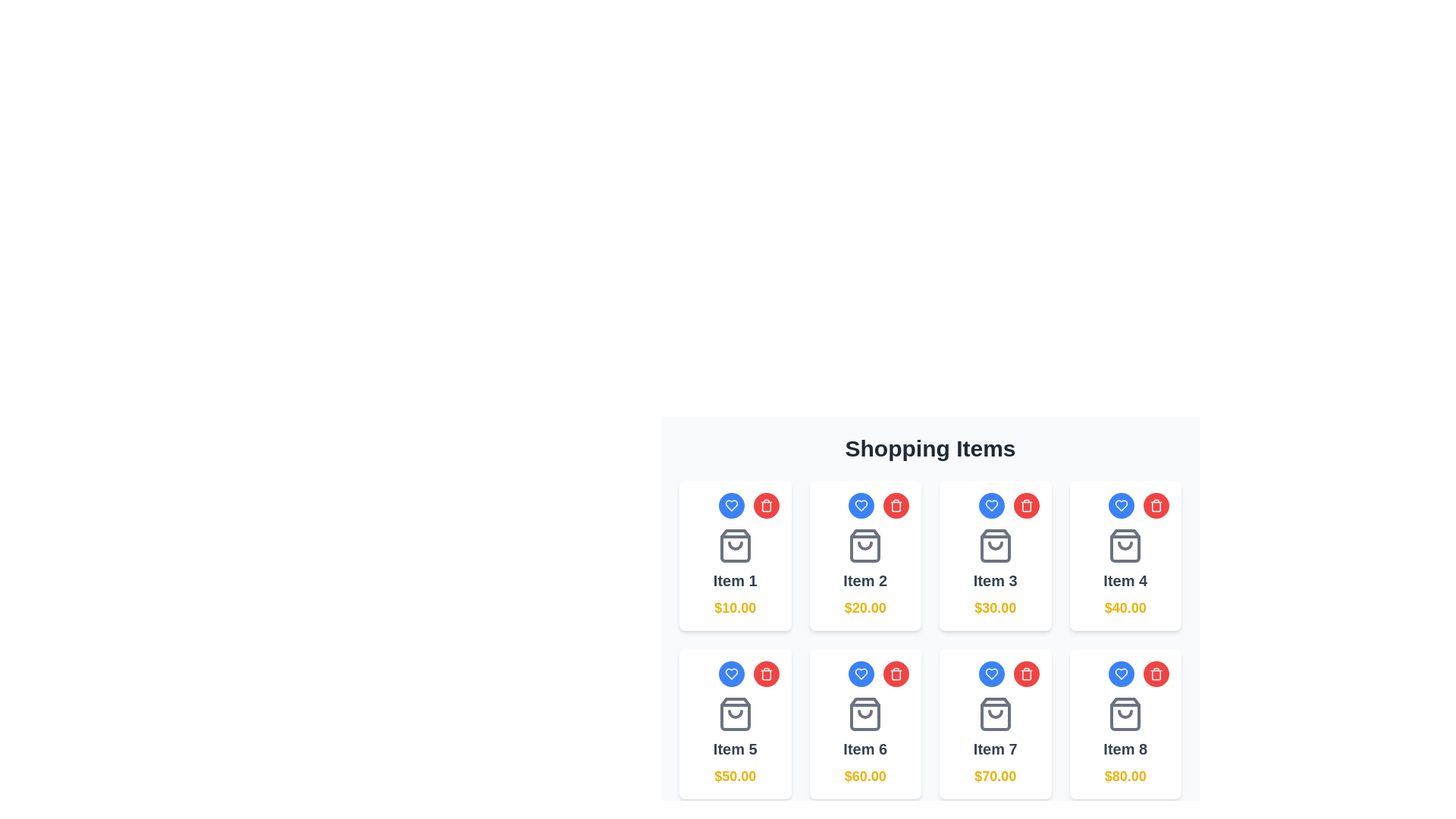 The image size is (1456, 819). Describe the element at coordinates (735, 714) in the screenshot. I see `the decorative arc-like shape that serves as the handle of the shopping bag icon, which is located at the center-bottom of the icon` at that location.